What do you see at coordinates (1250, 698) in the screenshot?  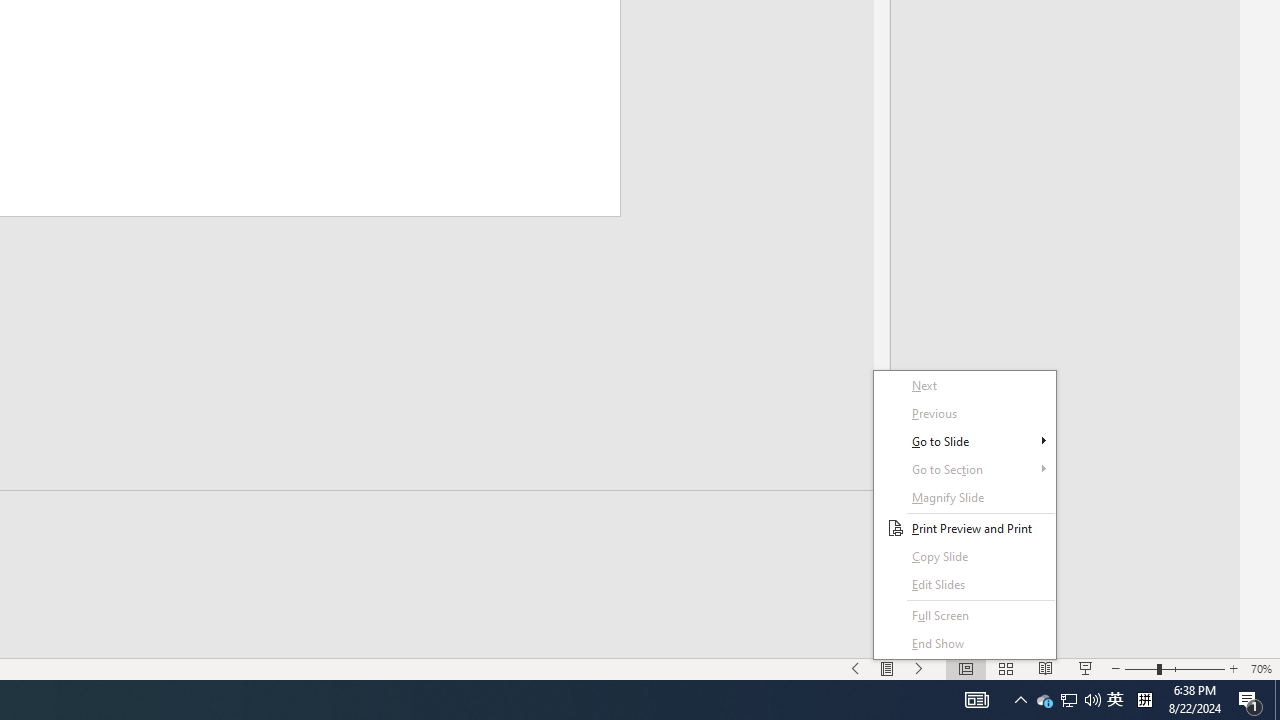 I see `'Action Center, 1 new notification'` at bounding box center [1250, 698].